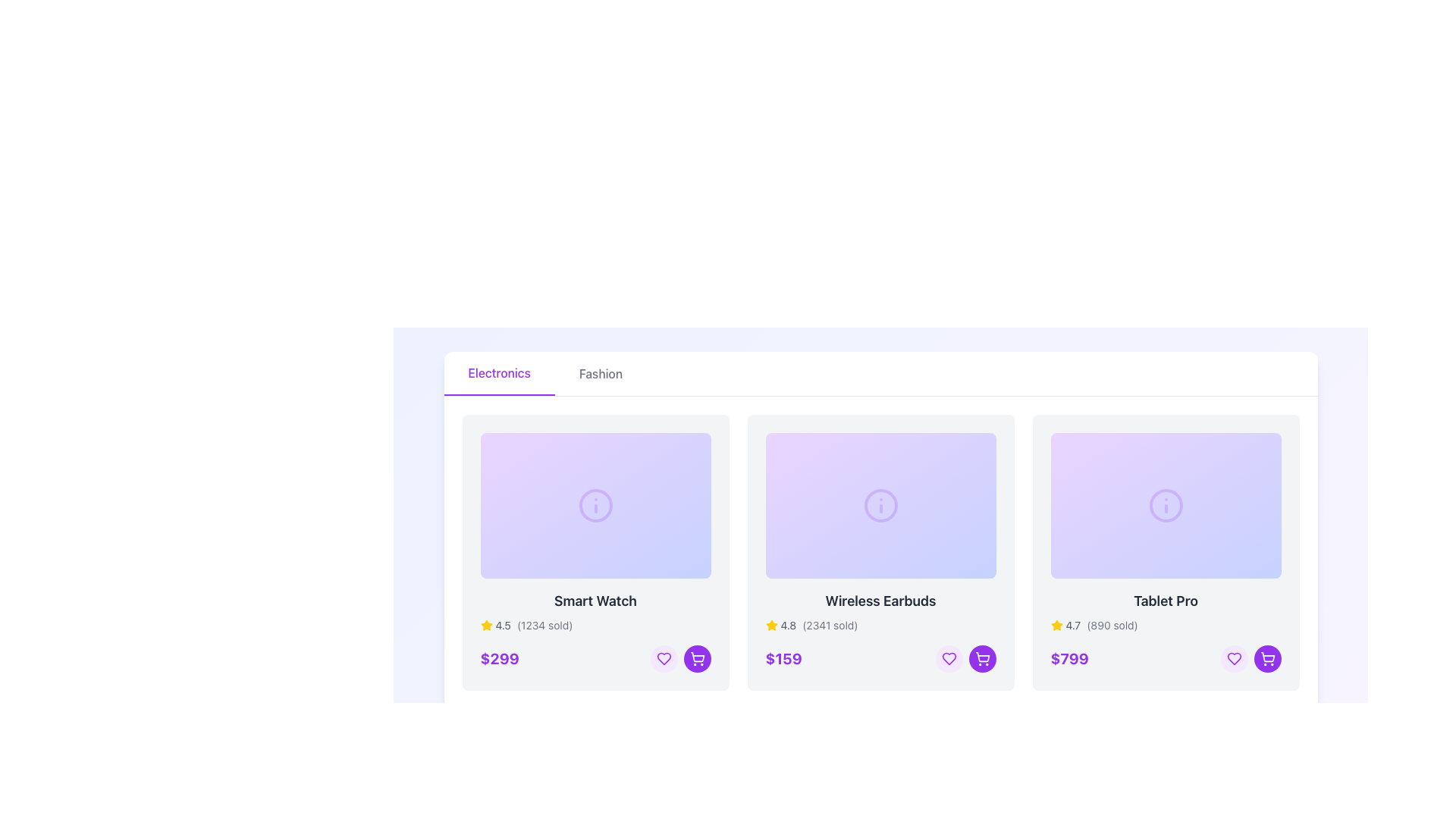 The height and width of the screenshot is (819, 1456). I want to click on the star icon representing the rating for the product located at the top-left corner of the second product card in the horizontal list, so click(771, 626).